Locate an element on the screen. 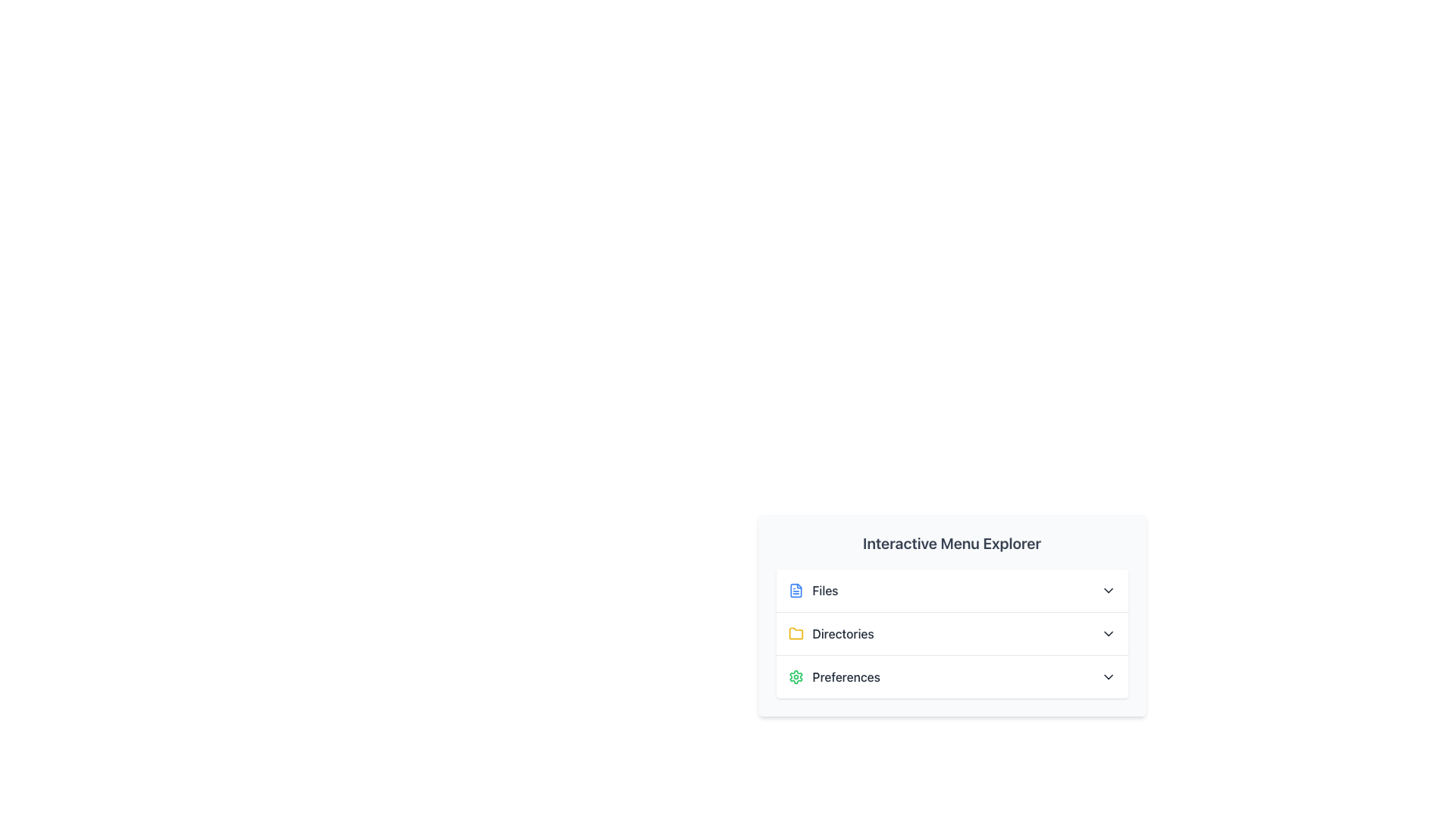  the 'Preferences' text label, which is the third item in the vertical list under 'Interactive Menu Explorer' is located at coordinates (846, 676).